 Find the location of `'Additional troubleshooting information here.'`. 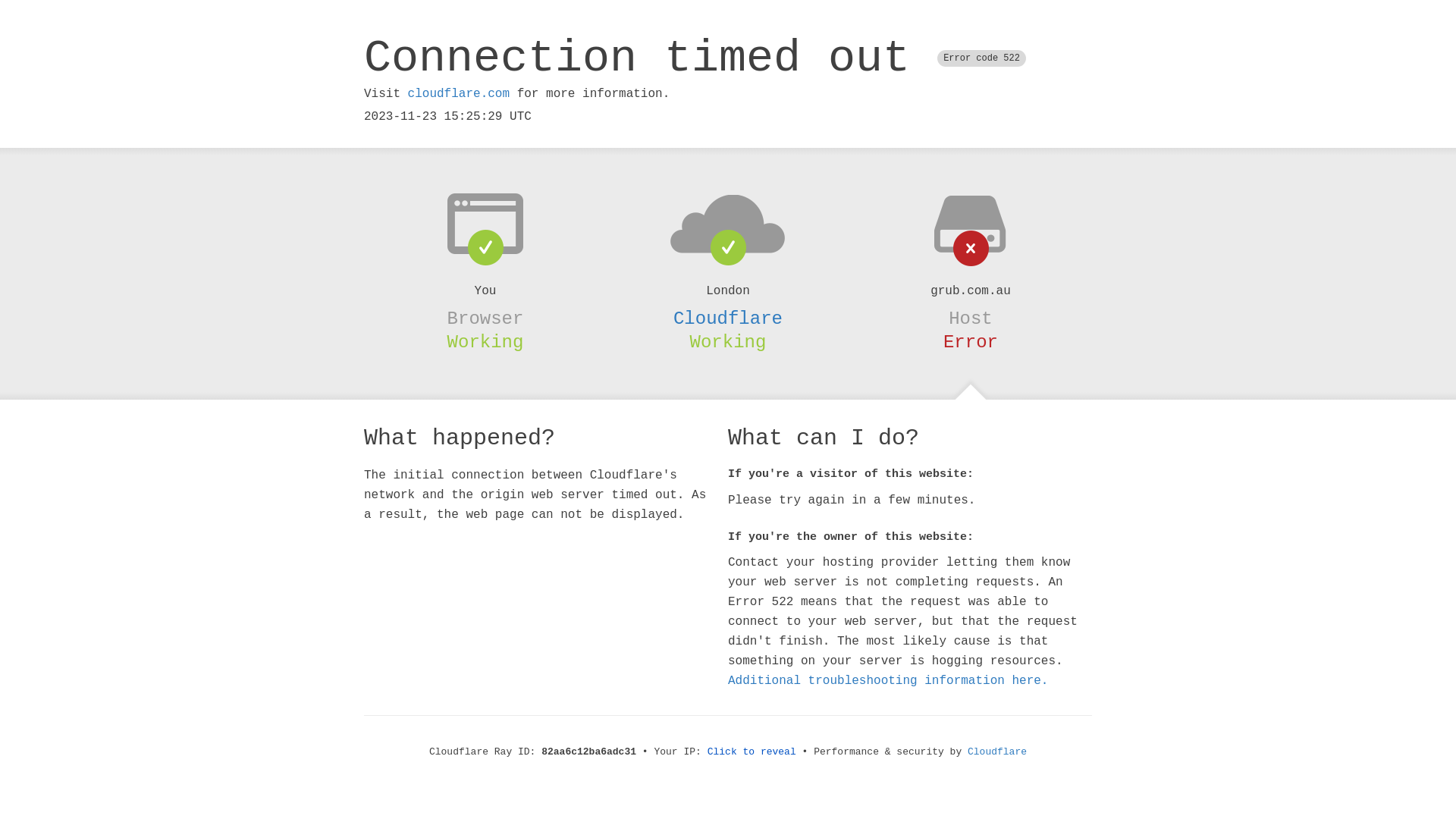

'Additional troubleshooting information here.' is located at coordinates (888, 680).